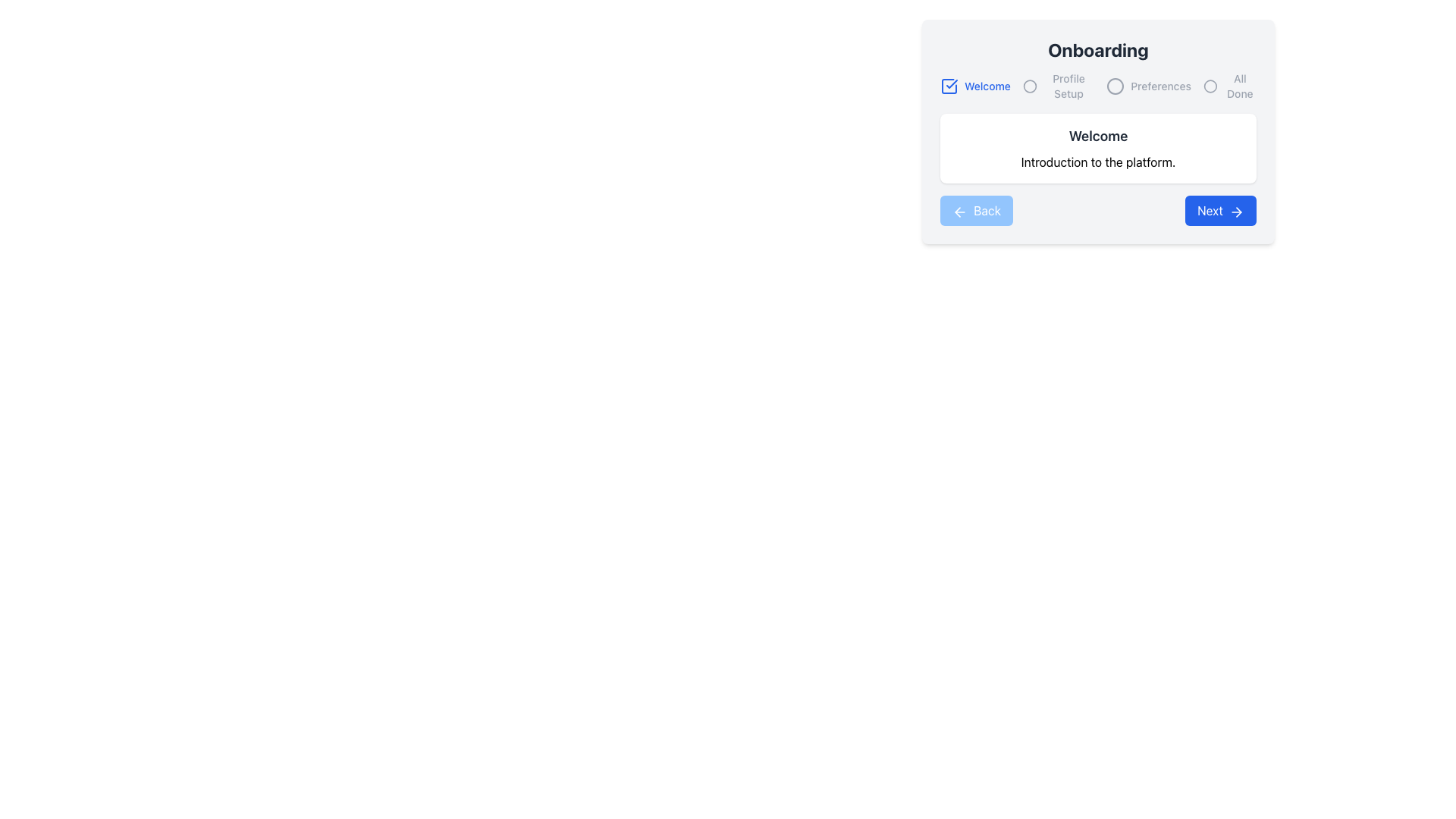  Describe the element at coordinates (1116, 86) in the screenshot. I see `the step indicator icon for 'Preferences' in the onboarding navigation bar, which is located third from the left` at that location.